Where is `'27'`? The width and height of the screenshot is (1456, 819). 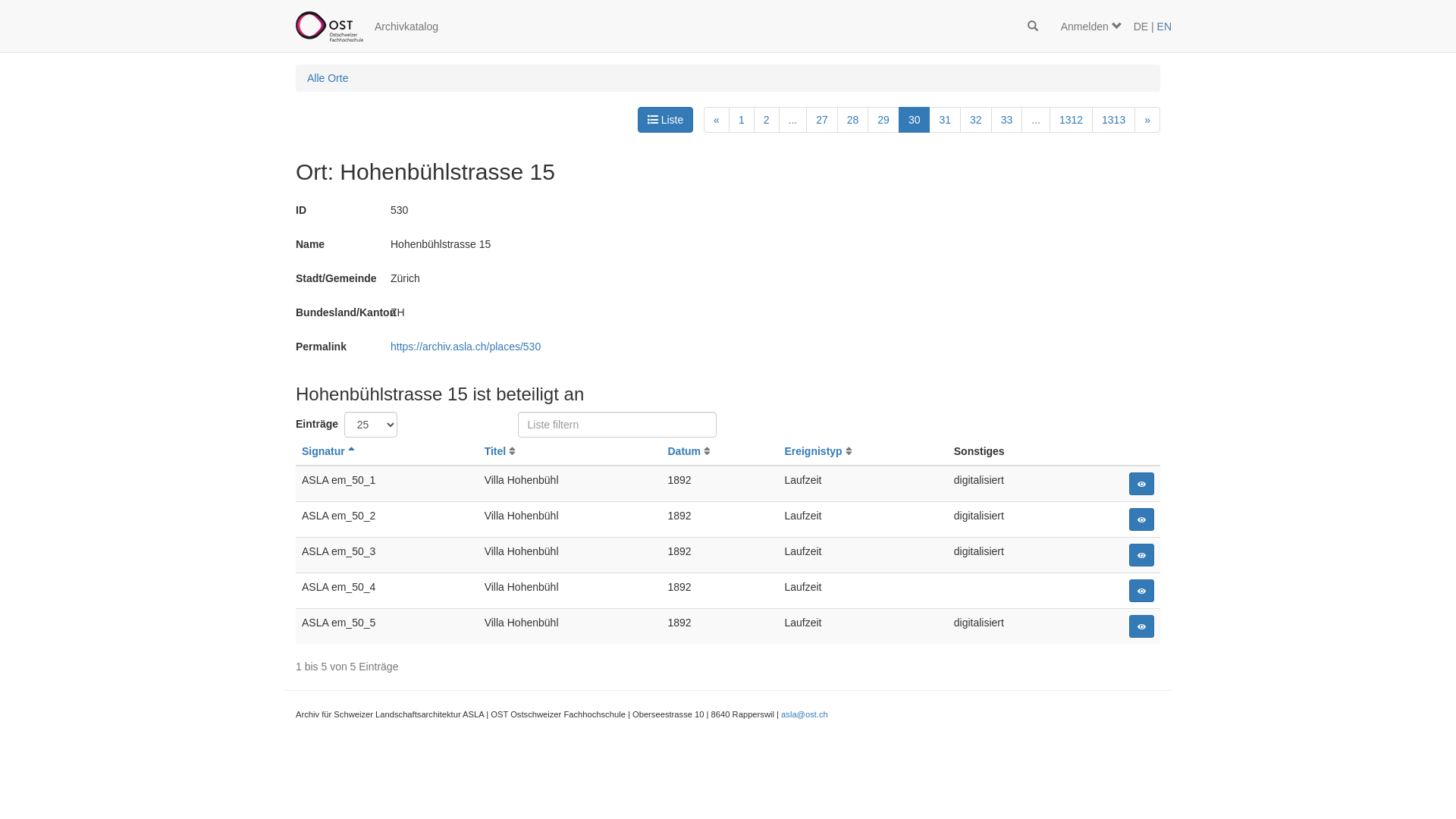 '27' is located at coordinates (821, 119).